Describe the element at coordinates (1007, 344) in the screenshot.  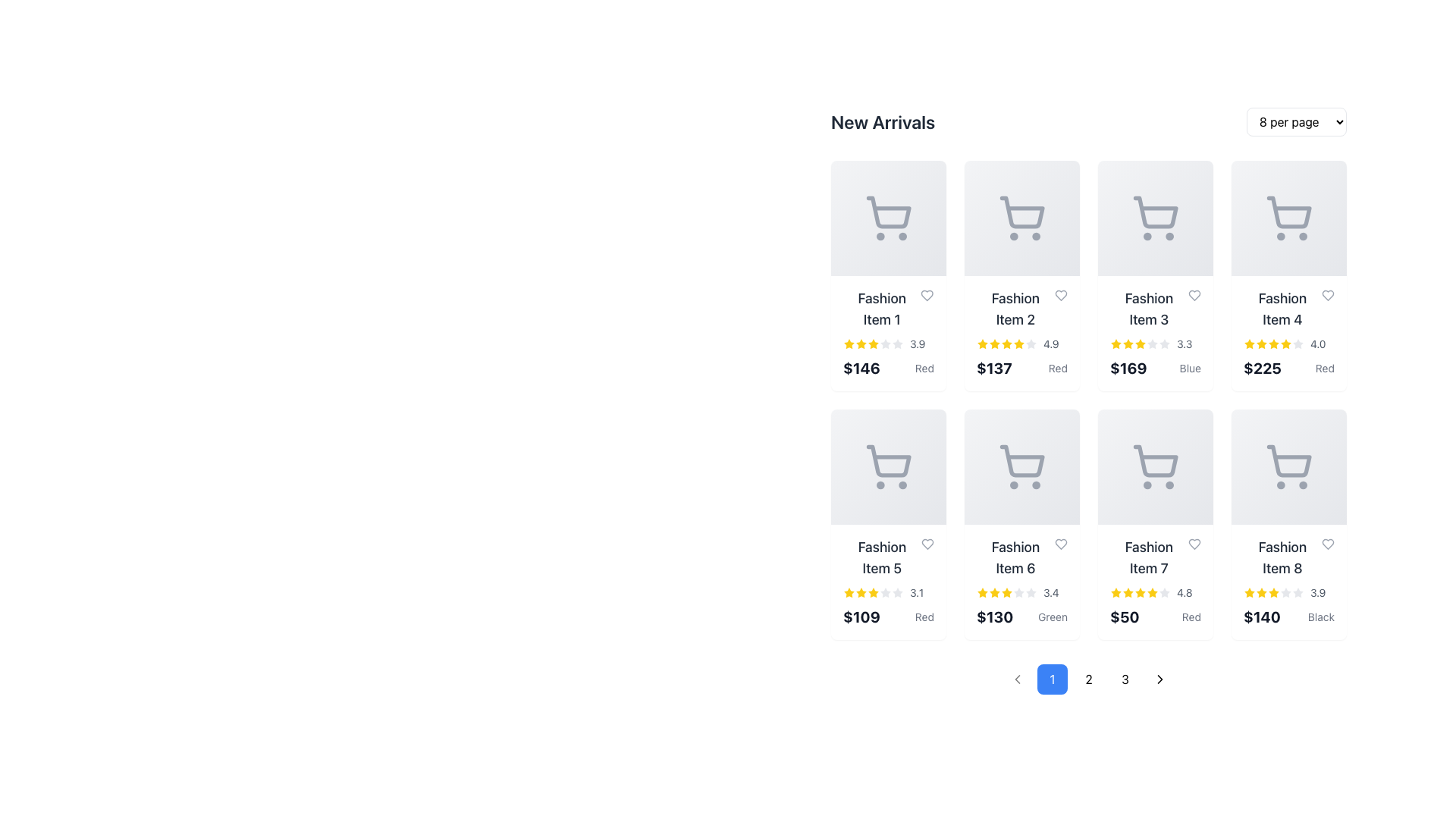
I see `the fourth star icon in the rating display for 'Fashion Item 2', which is styled with a yellow fill and indicates a high rating of 4.9` at that location.